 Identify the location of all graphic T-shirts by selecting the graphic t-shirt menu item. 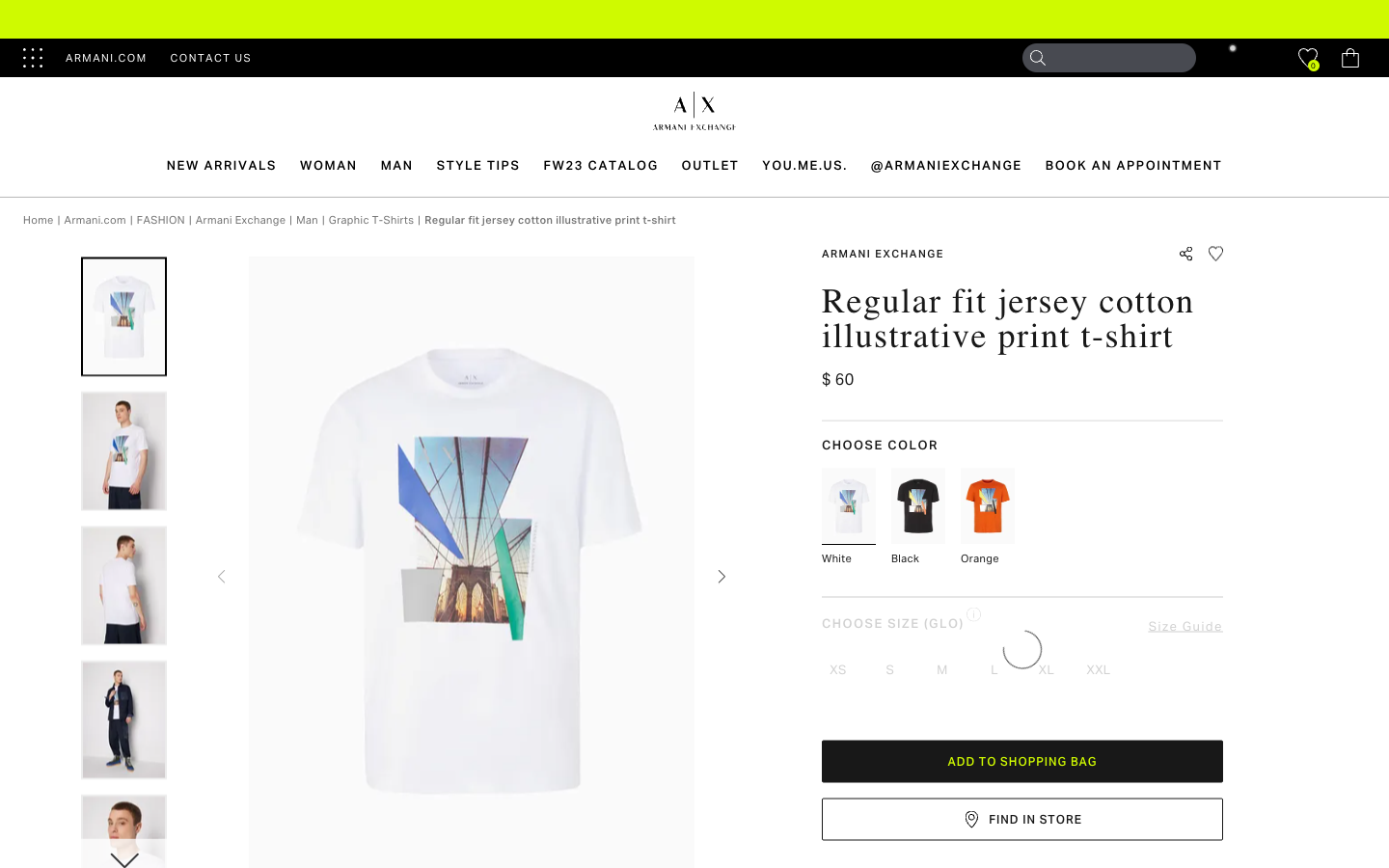
(370, 218).